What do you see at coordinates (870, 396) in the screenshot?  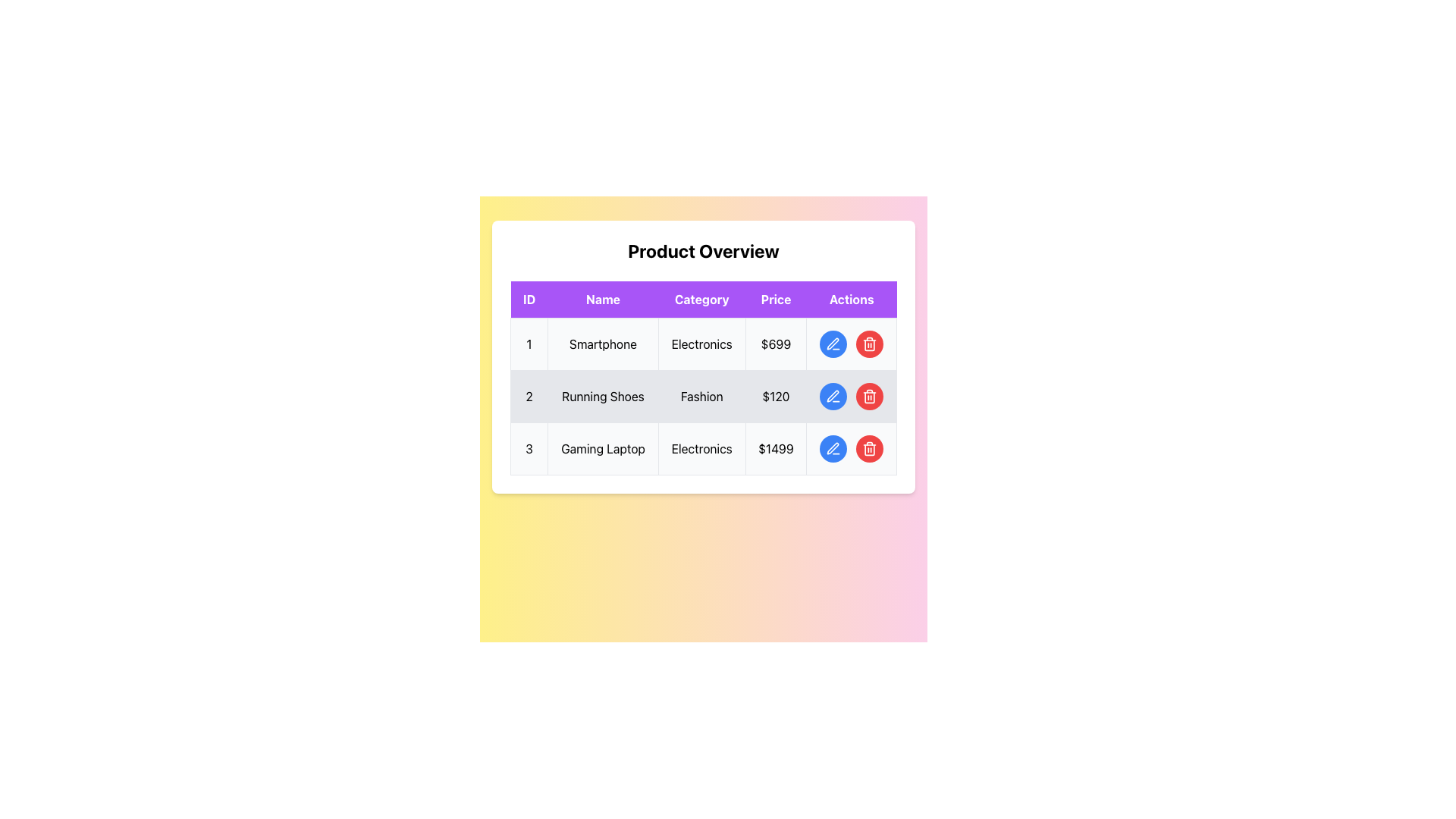 I see `the circular red delete button with a white trash can icon, located in the 'Actions' column of the second row` at bounding box center [870, 396].